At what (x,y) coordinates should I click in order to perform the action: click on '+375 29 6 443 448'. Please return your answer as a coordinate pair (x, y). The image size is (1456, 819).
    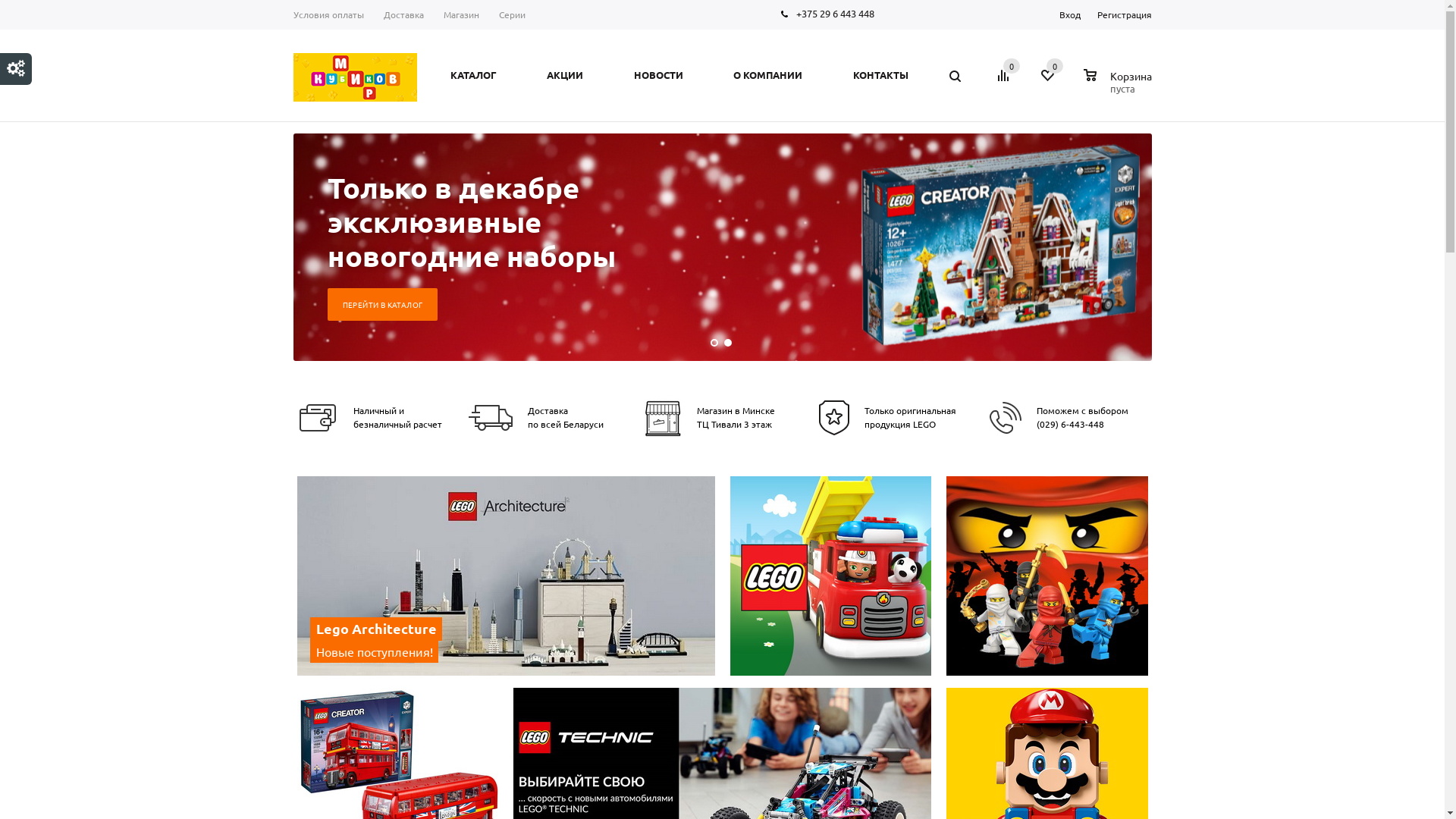
    Looking at the image, I should click on (834, 13).